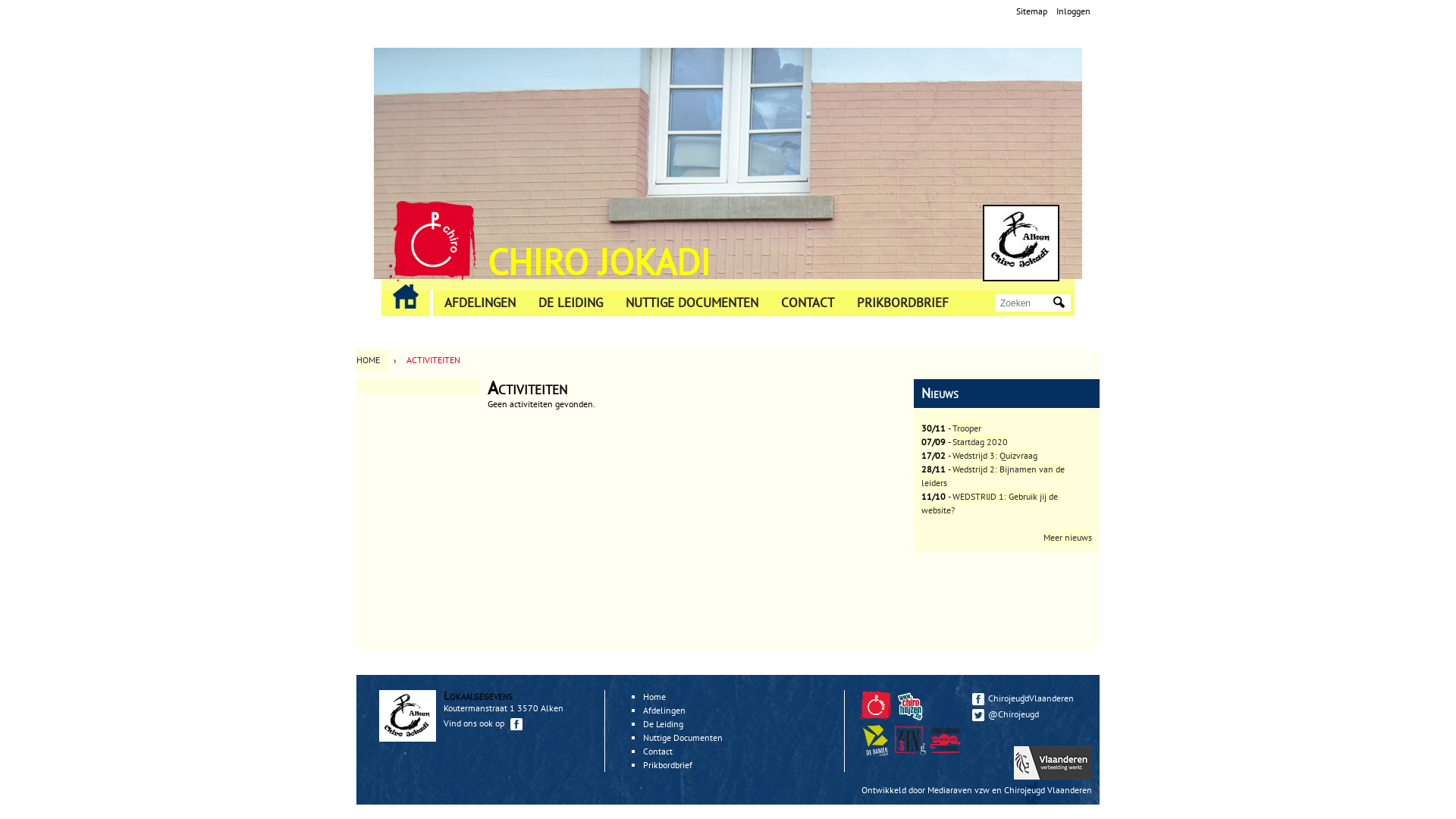  I want to click on 'Nuttige Documenten', so click(682, 736).